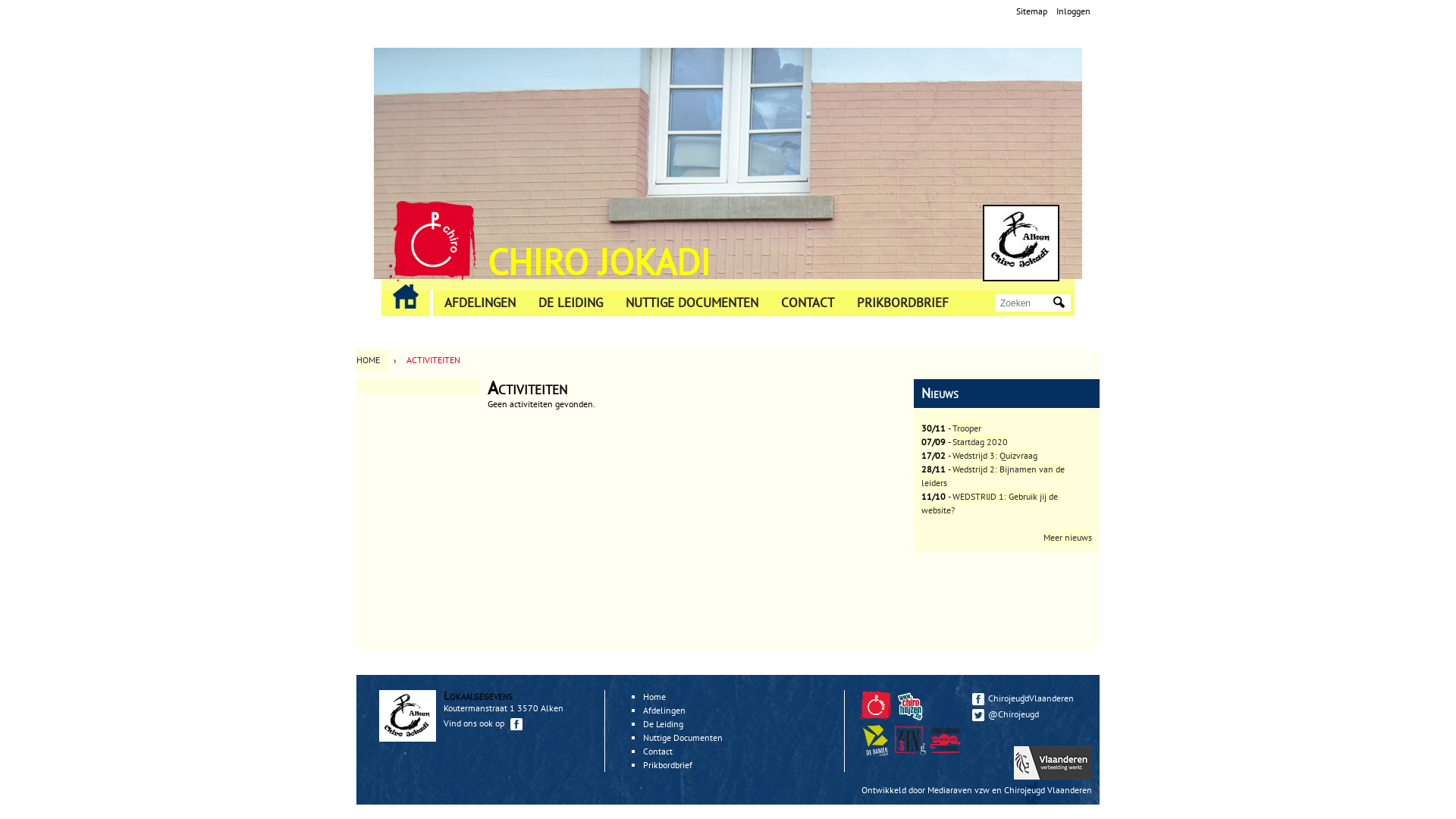  I want to click on 'Nuttige Documenten', so click(682, 736).